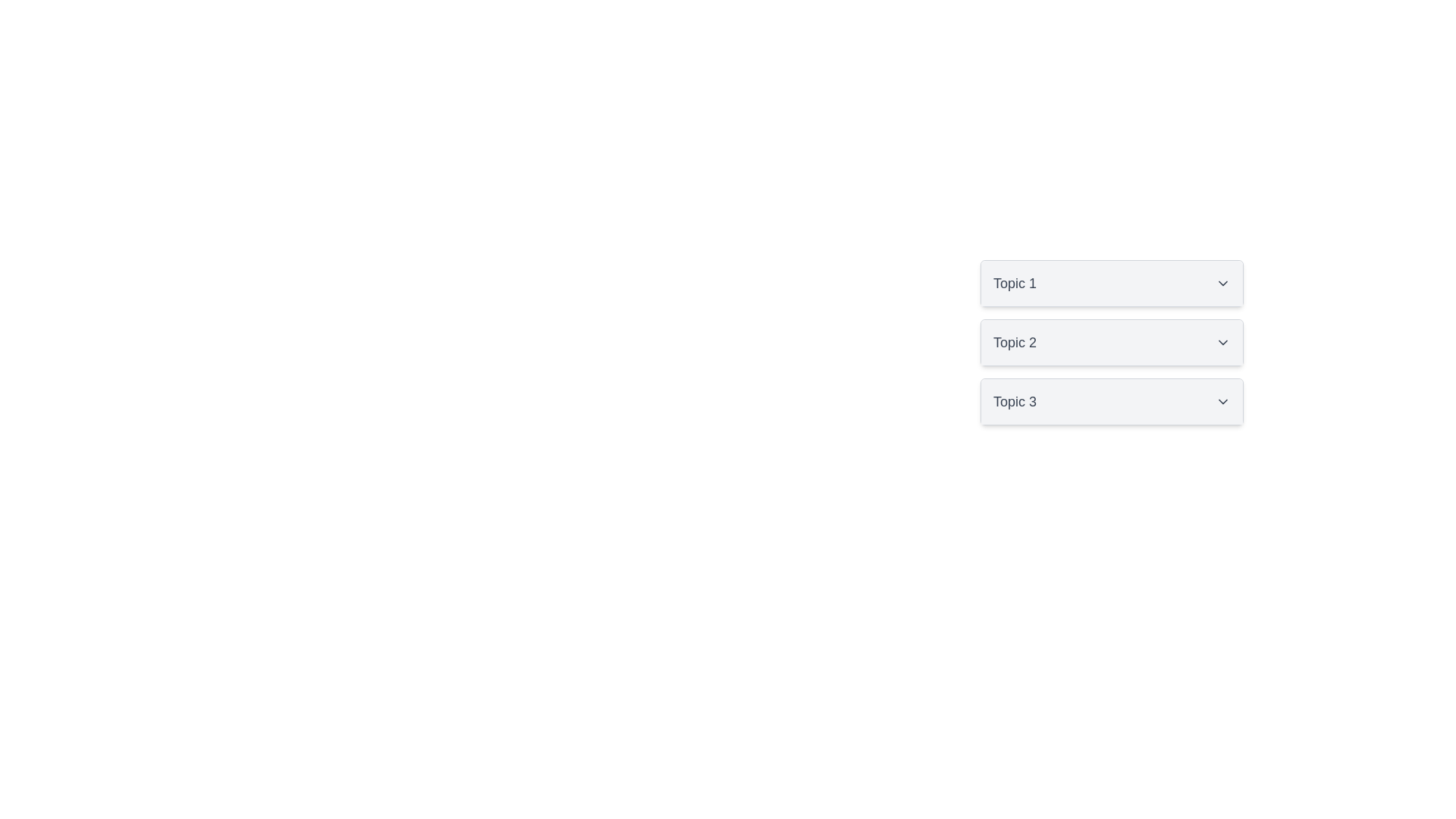  I want to click on the SVG icon representing a chevron-down symbol located to the right of the text 'Topic 1' within the first dropdown component, so click(1222, 284).